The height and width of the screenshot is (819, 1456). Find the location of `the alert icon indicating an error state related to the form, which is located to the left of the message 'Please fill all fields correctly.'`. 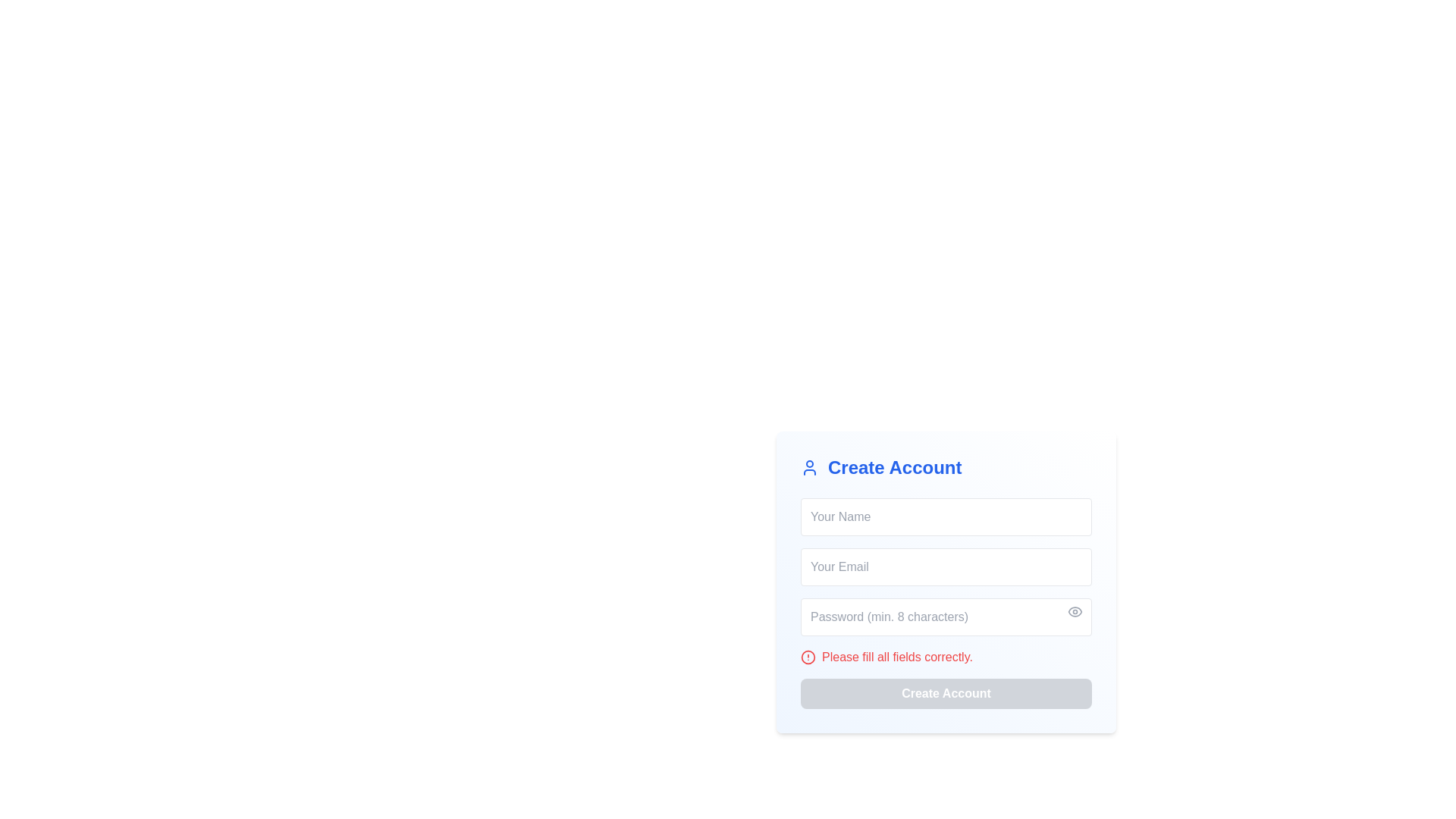

the alert icon indicating an error state related to the form, which is located to the left of the message 'Please fill all fields correctly.' is located at coordinates (807, 657).